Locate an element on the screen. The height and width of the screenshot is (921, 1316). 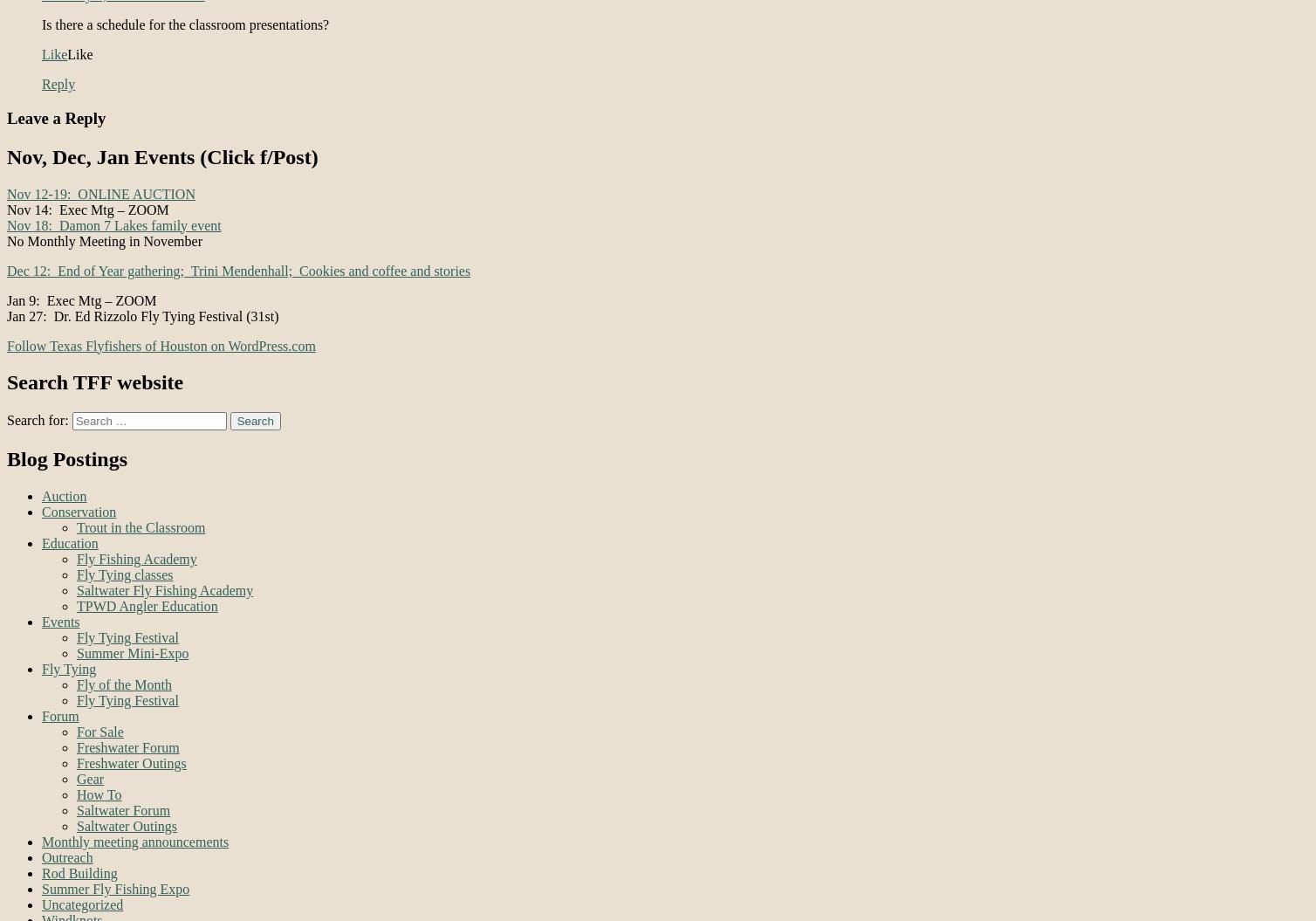
'Education' is located at coordinates (70, 543).